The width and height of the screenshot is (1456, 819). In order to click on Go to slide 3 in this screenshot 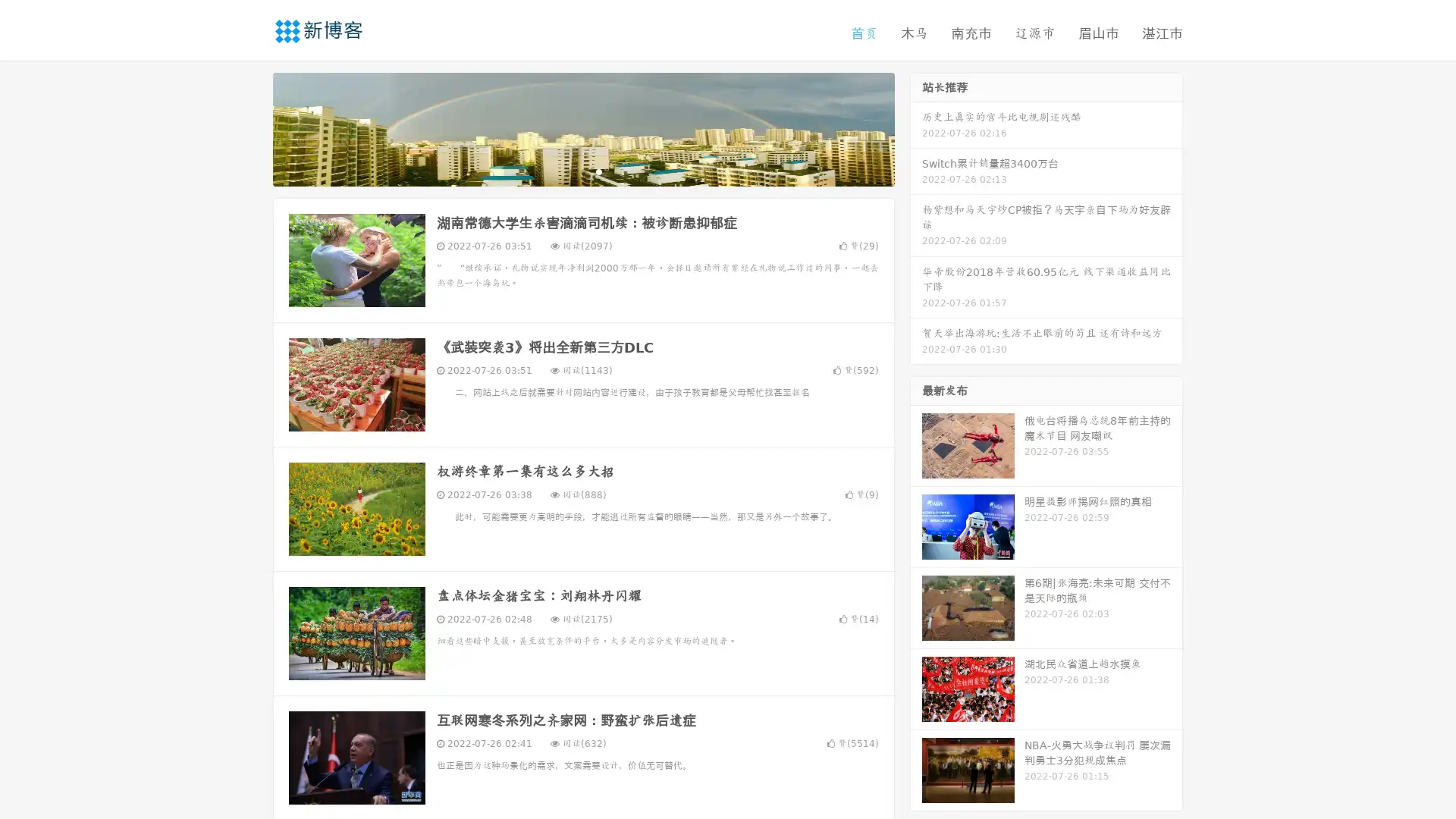, I will do `click(598, 171)`.